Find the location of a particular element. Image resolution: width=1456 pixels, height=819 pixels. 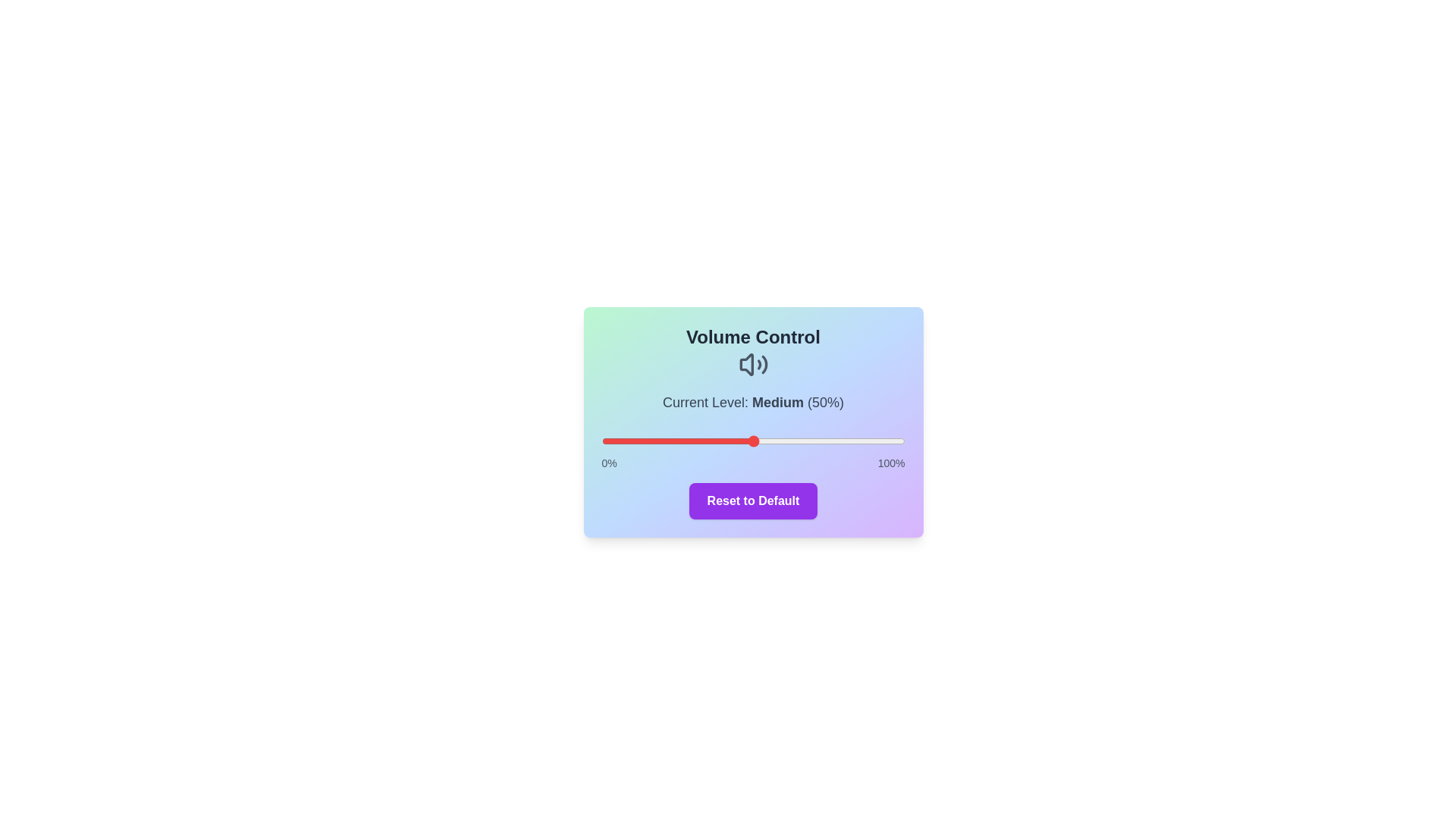

the volume to 43% by dragging the slider is located at coordinates (732, 441).